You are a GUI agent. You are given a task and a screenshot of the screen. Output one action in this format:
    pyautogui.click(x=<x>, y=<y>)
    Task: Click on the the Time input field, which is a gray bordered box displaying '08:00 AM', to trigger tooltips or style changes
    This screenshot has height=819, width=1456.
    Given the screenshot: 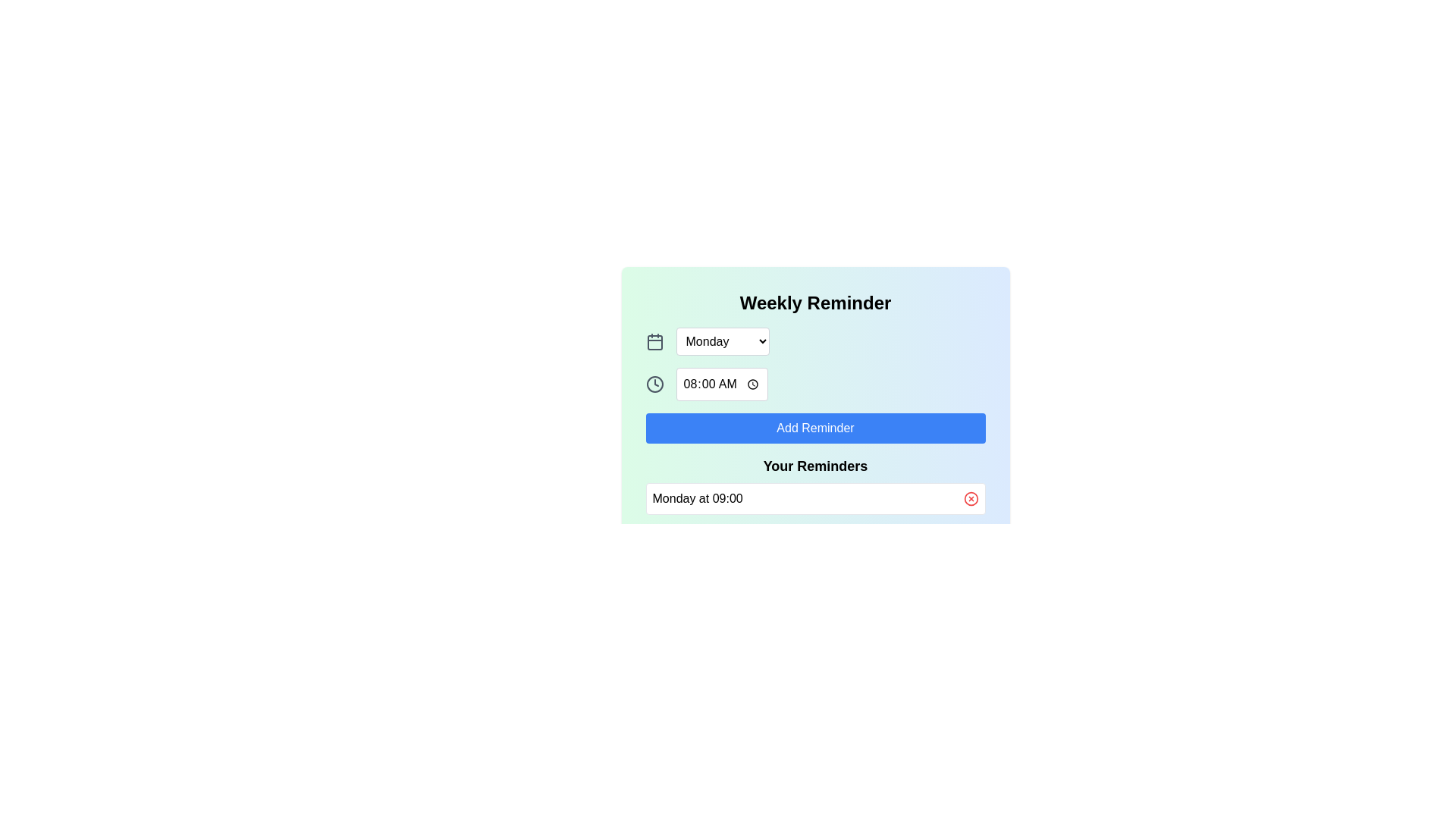 What is the action you would take?
    pyautogui.click(x=721, y=383)
    